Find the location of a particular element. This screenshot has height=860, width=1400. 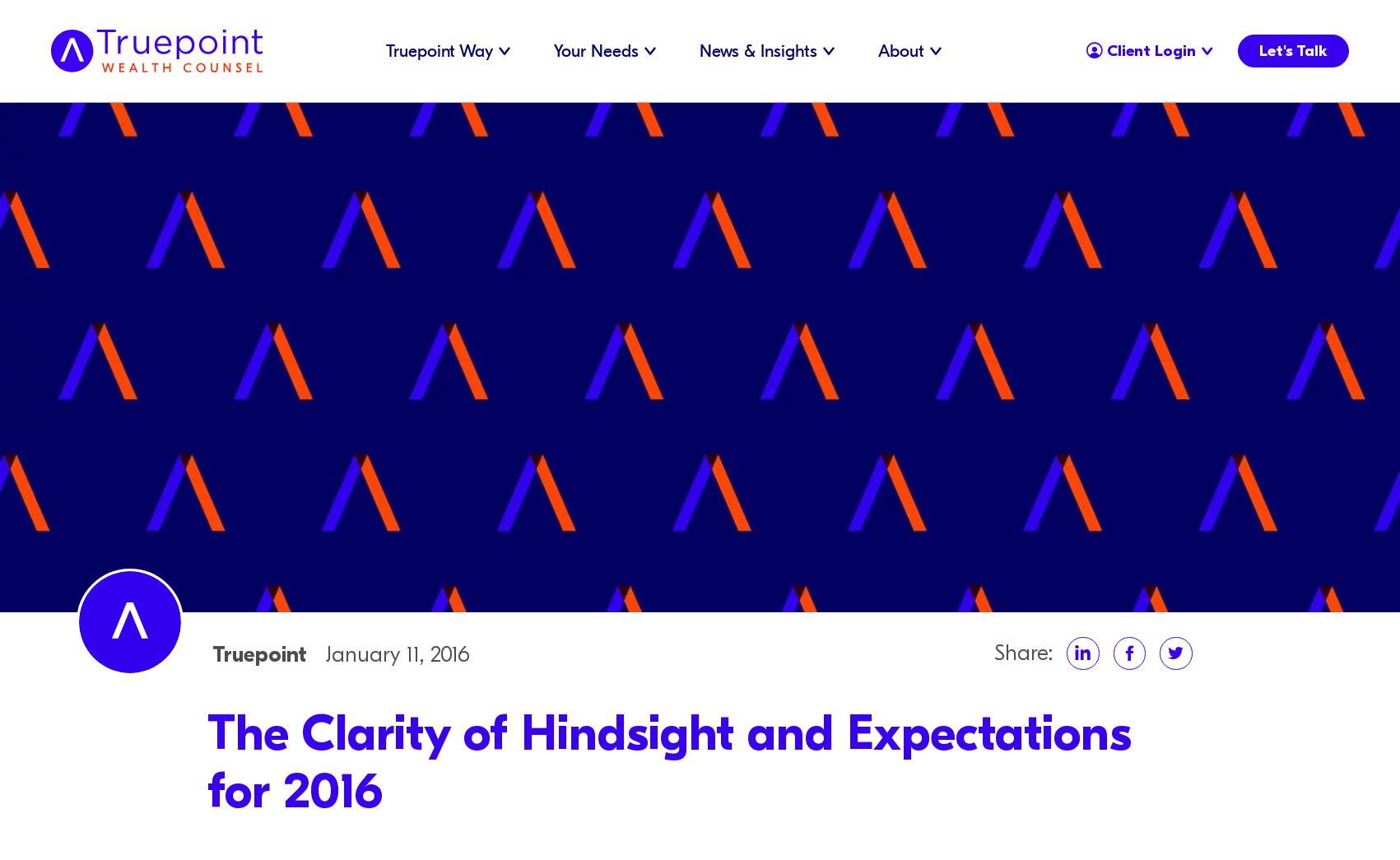

'About' is located at coordinates (900, 50).